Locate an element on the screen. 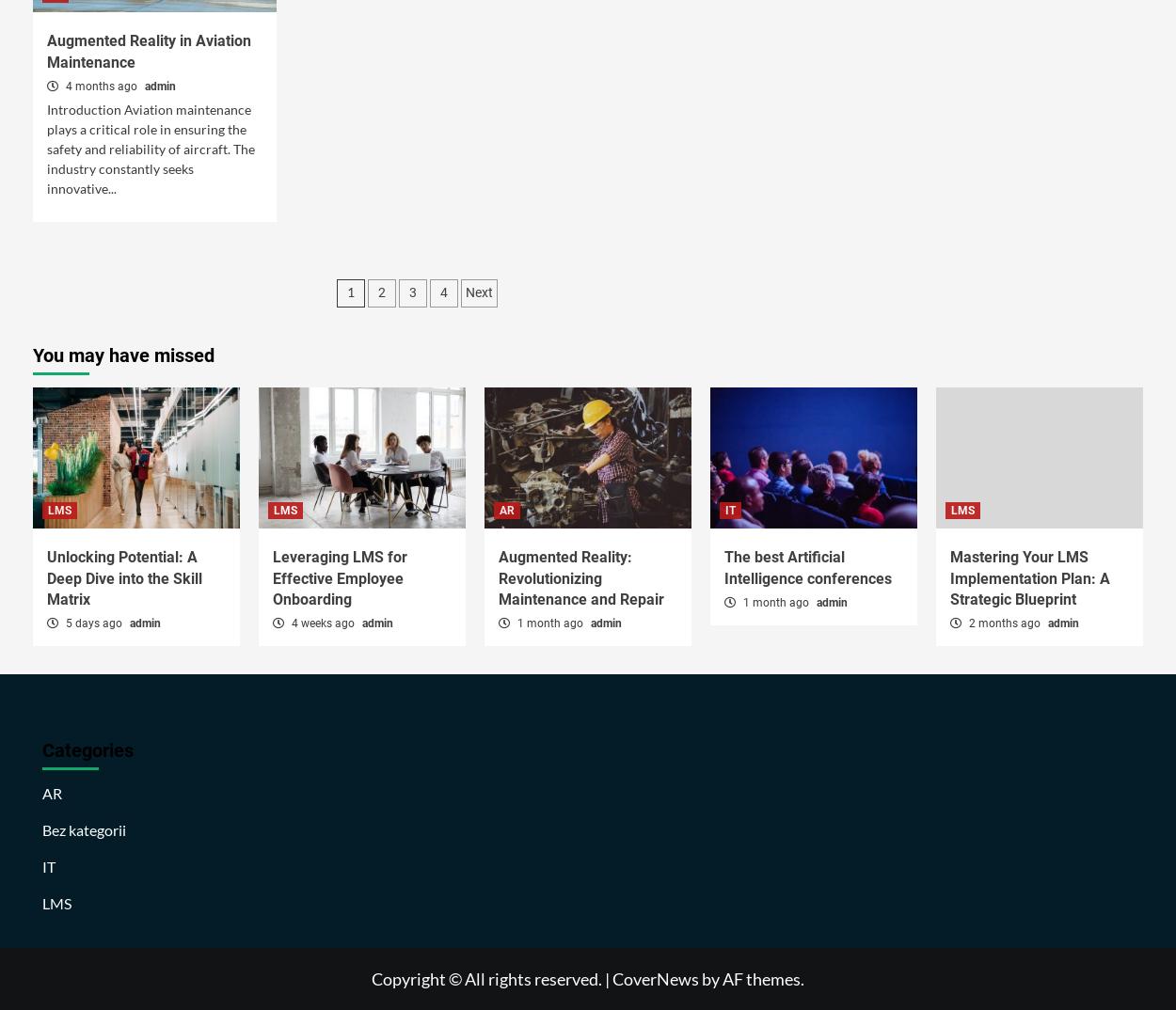  '2' is located at coordinates (381, 292).